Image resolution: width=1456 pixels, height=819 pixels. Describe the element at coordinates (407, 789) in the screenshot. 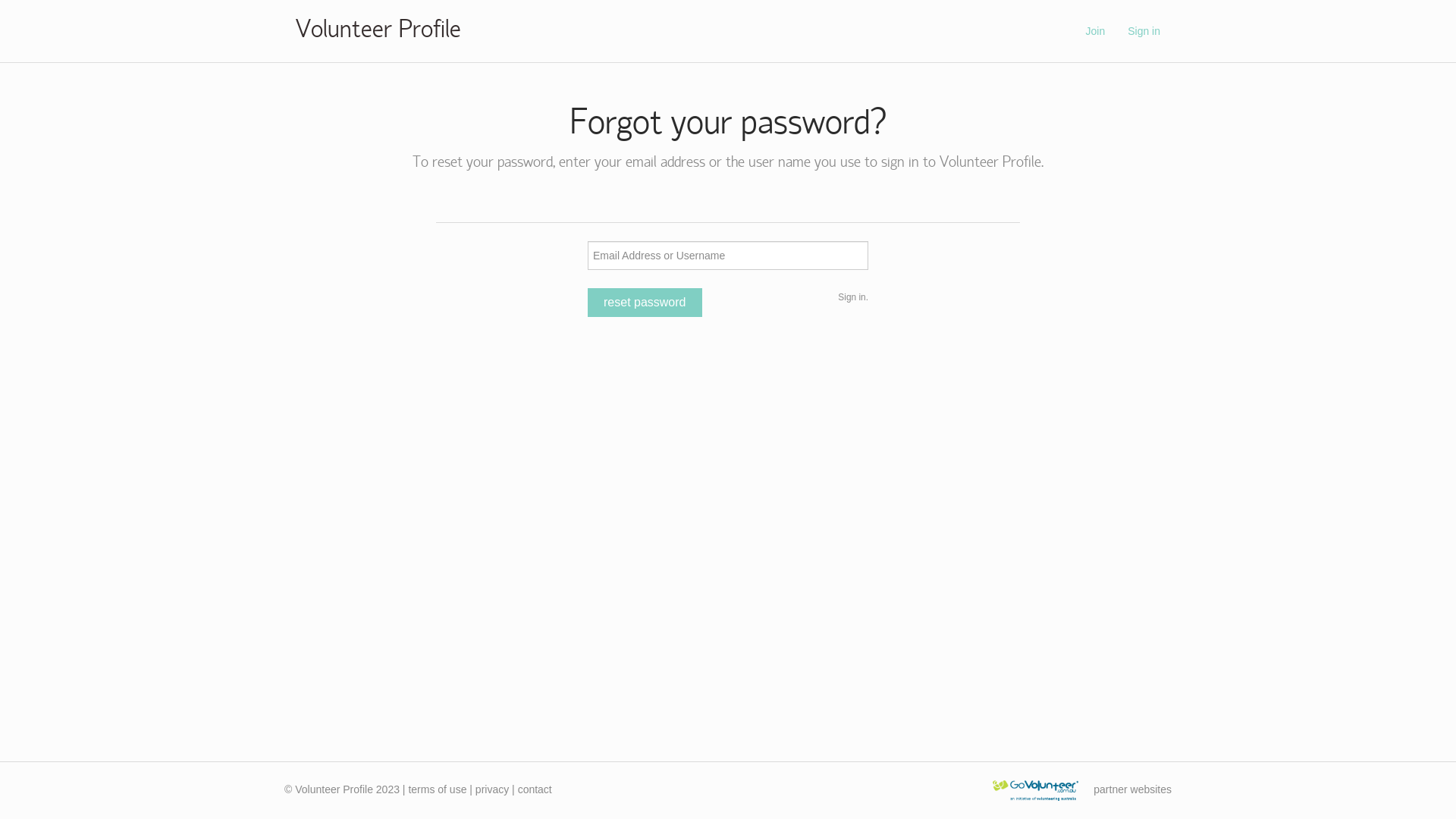

I see `'terms of use'` at that location.